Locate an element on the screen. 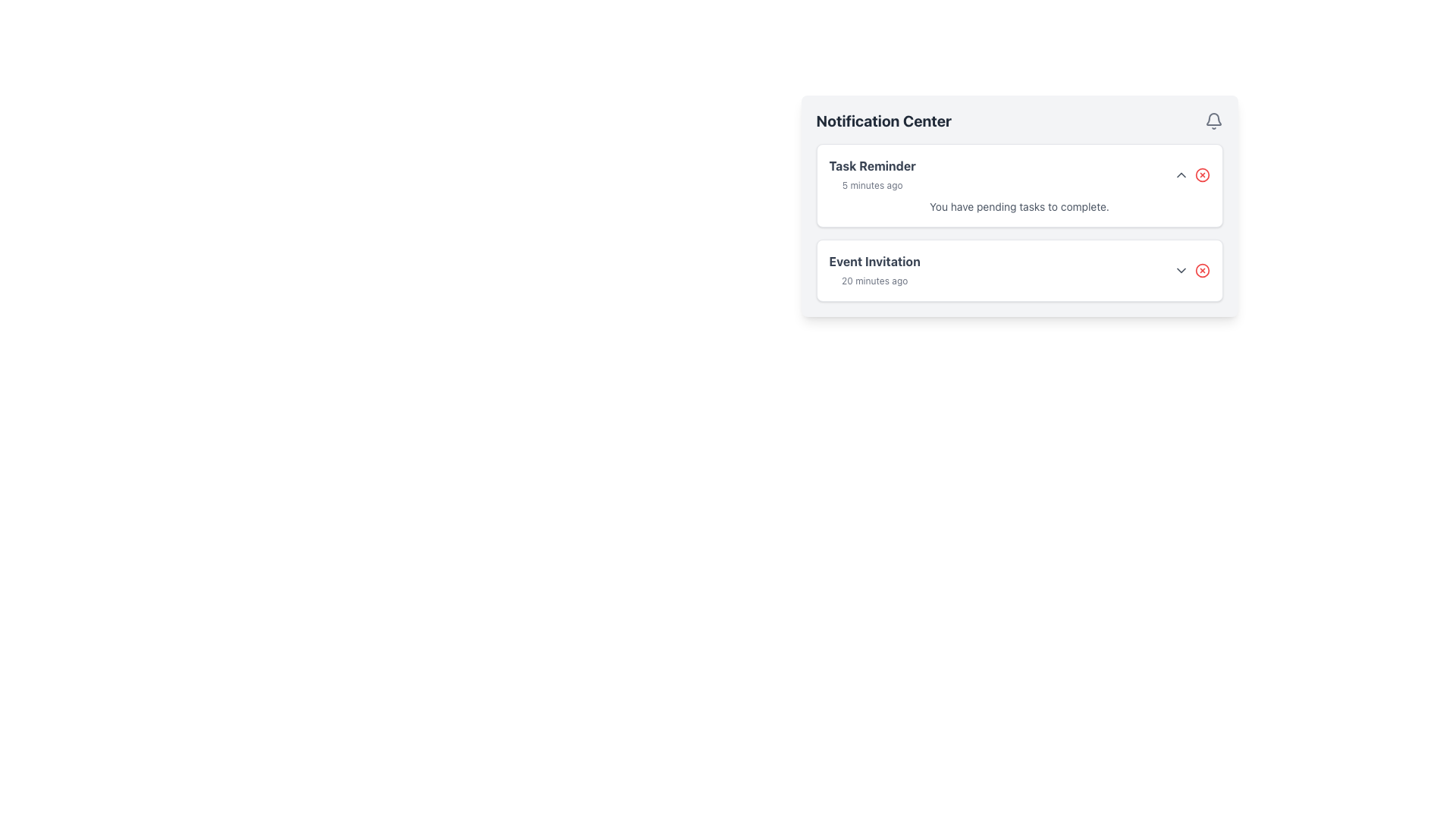 Image resolution: width=1456 pixels, height=819 pixels. the 'Task Reminder' entry in the List of Notification Cards is located at coordinates (1019, 222).